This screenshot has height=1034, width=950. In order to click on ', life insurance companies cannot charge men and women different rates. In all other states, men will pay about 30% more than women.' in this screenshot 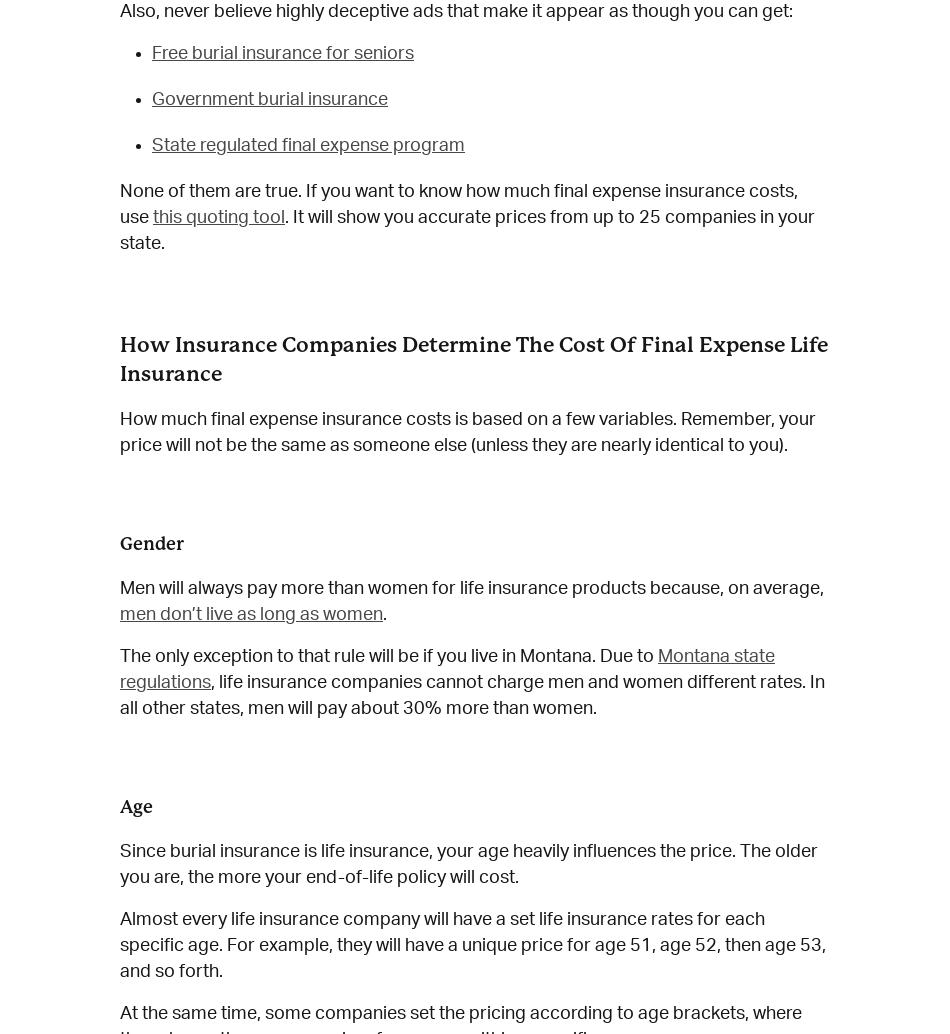, I will do `click(471, 695)`.